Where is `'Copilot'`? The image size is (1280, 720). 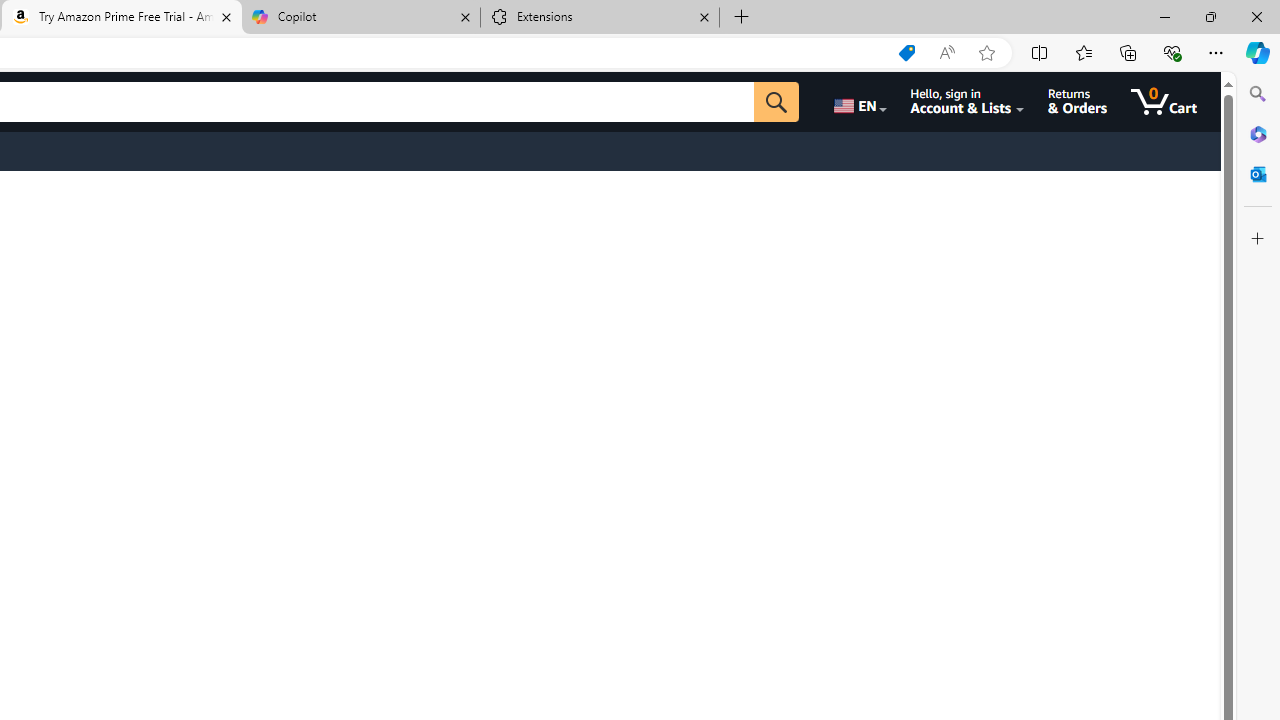
'Copilot' is located at coordinates (360, 17).